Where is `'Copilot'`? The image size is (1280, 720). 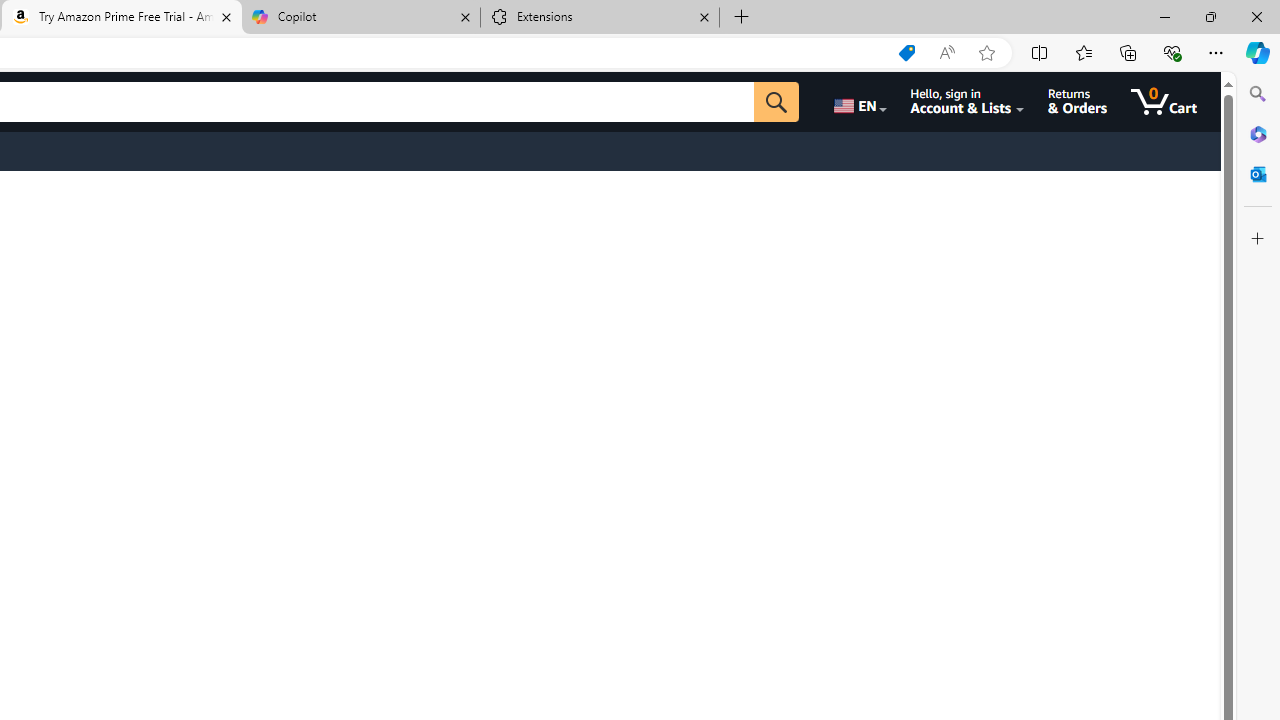
'Copilot' is located at coordinates (360, 17).